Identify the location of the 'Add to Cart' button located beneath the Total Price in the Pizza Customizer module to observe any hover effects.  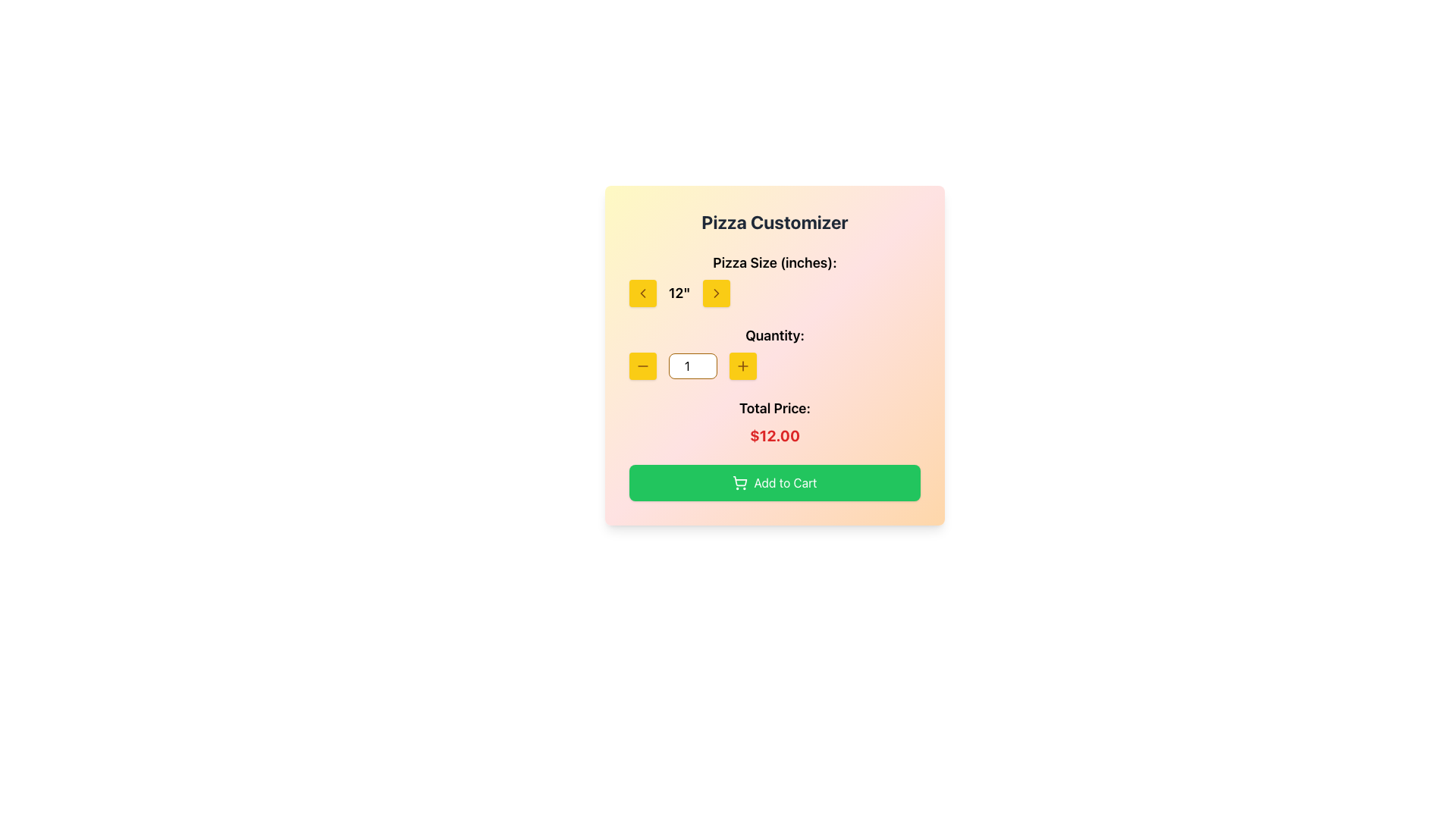
(775, 482).